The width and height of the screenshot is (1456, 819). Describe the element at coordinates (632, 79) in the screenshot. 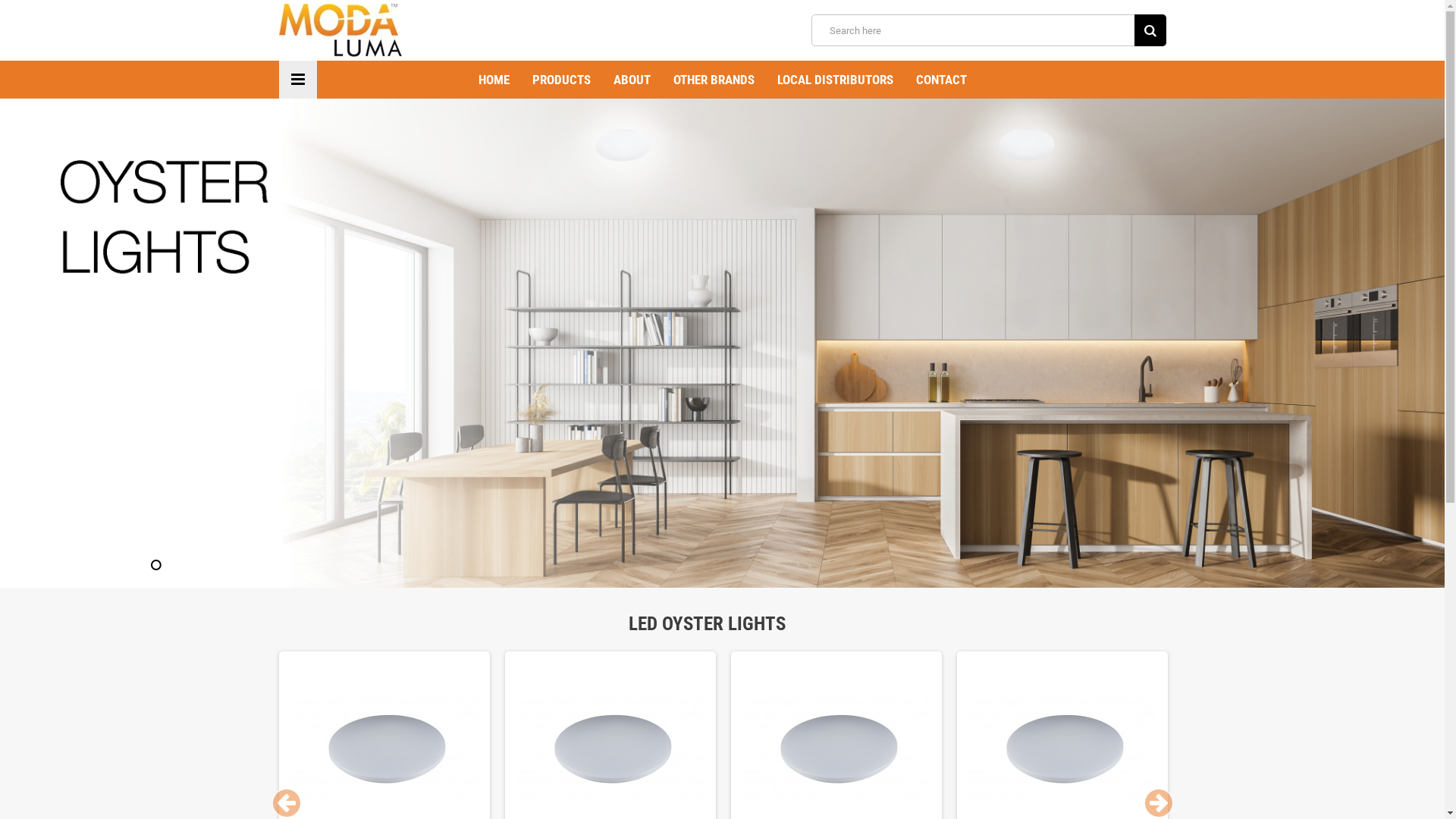

I see `'ABOUT'` at that location.